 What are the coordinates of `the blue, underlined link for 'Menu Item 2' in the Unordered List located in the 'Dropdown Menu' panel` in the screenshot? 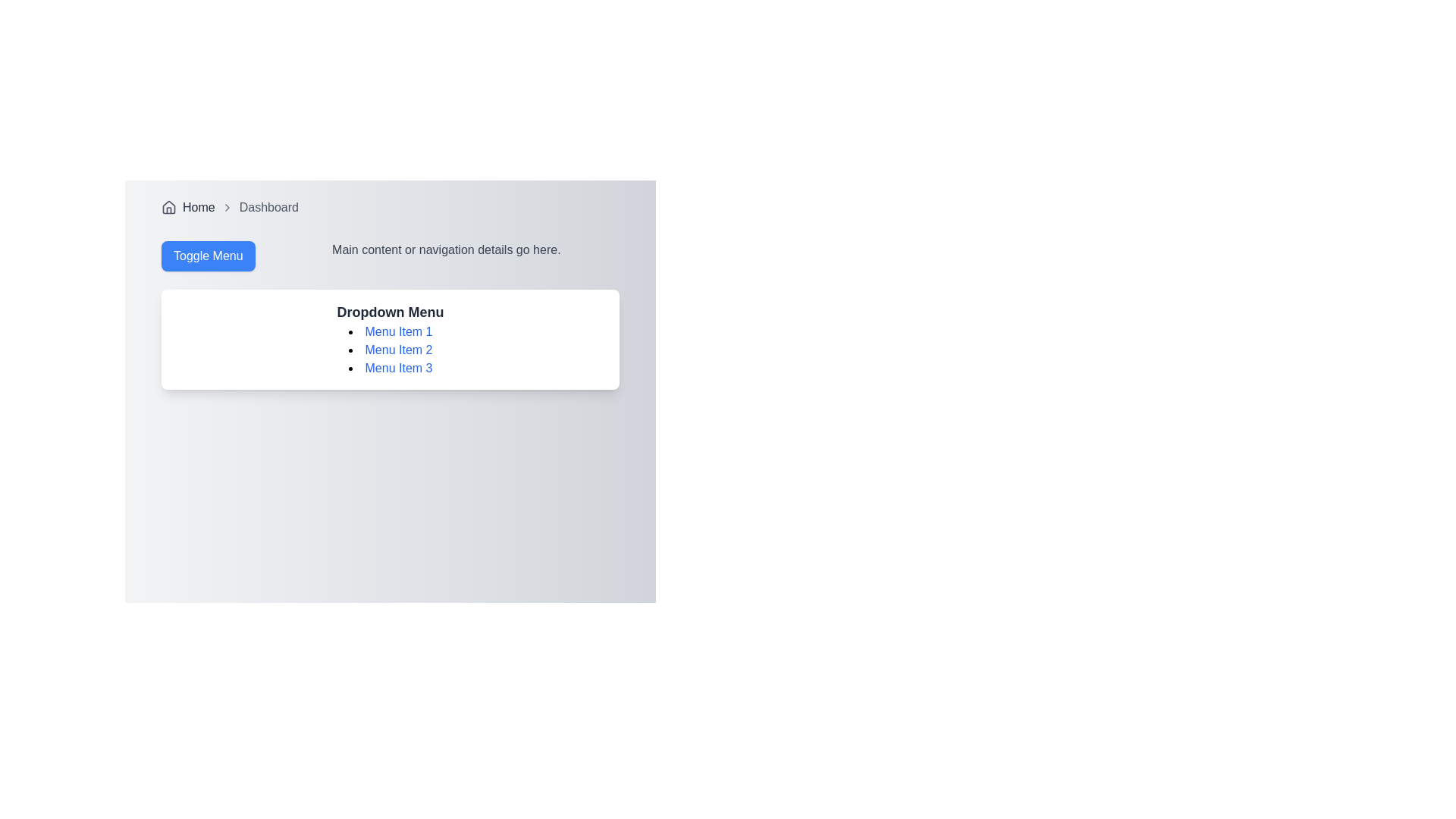 It's located at (390, 350).